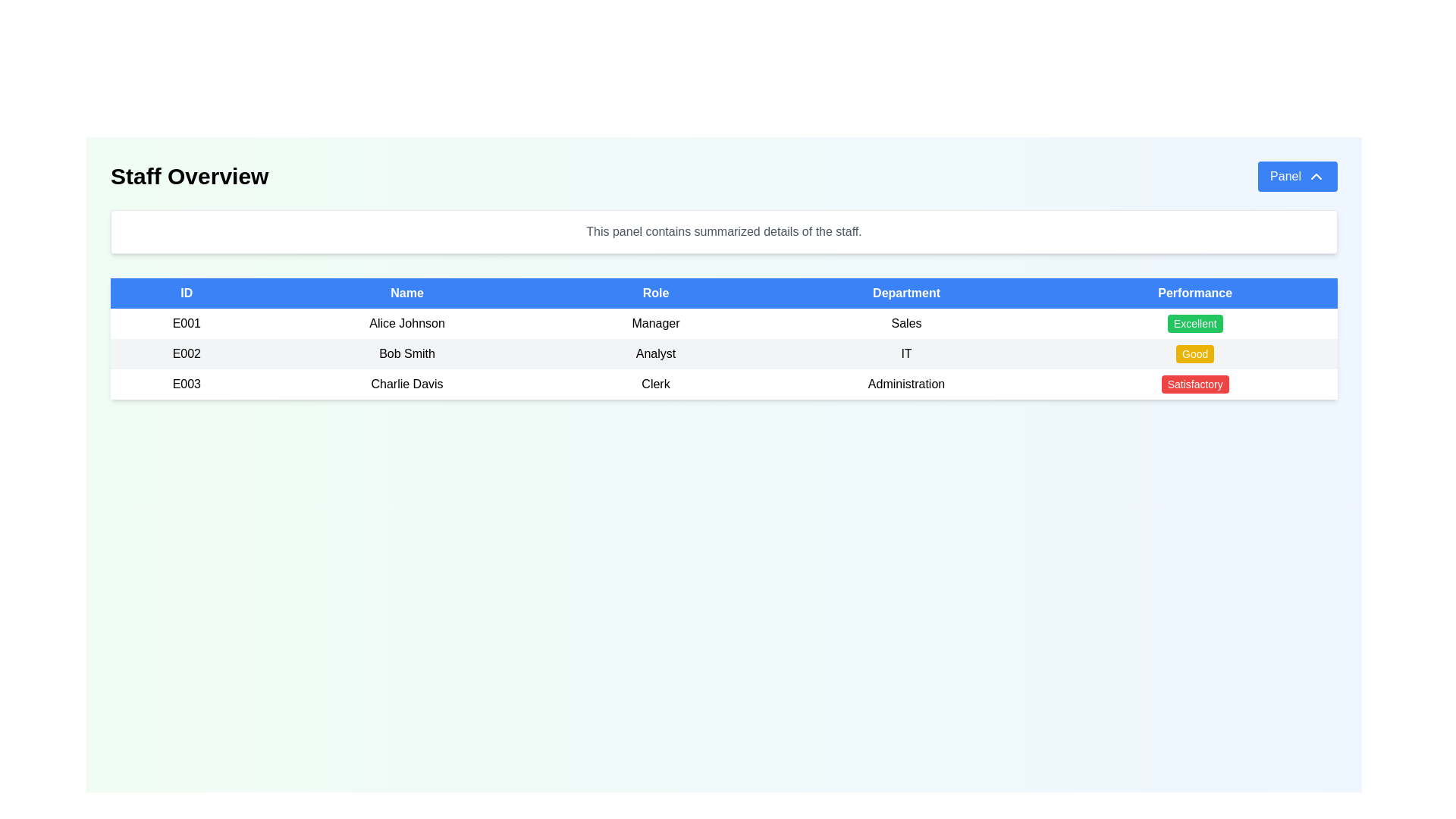  Describe the element at coordinates (1194, 323) in the screenshot. I see `the 'Excellent' label, which is styled with a bold white font on a green rounded background, located in the 'Performance' column of the first row in the table` at that location.